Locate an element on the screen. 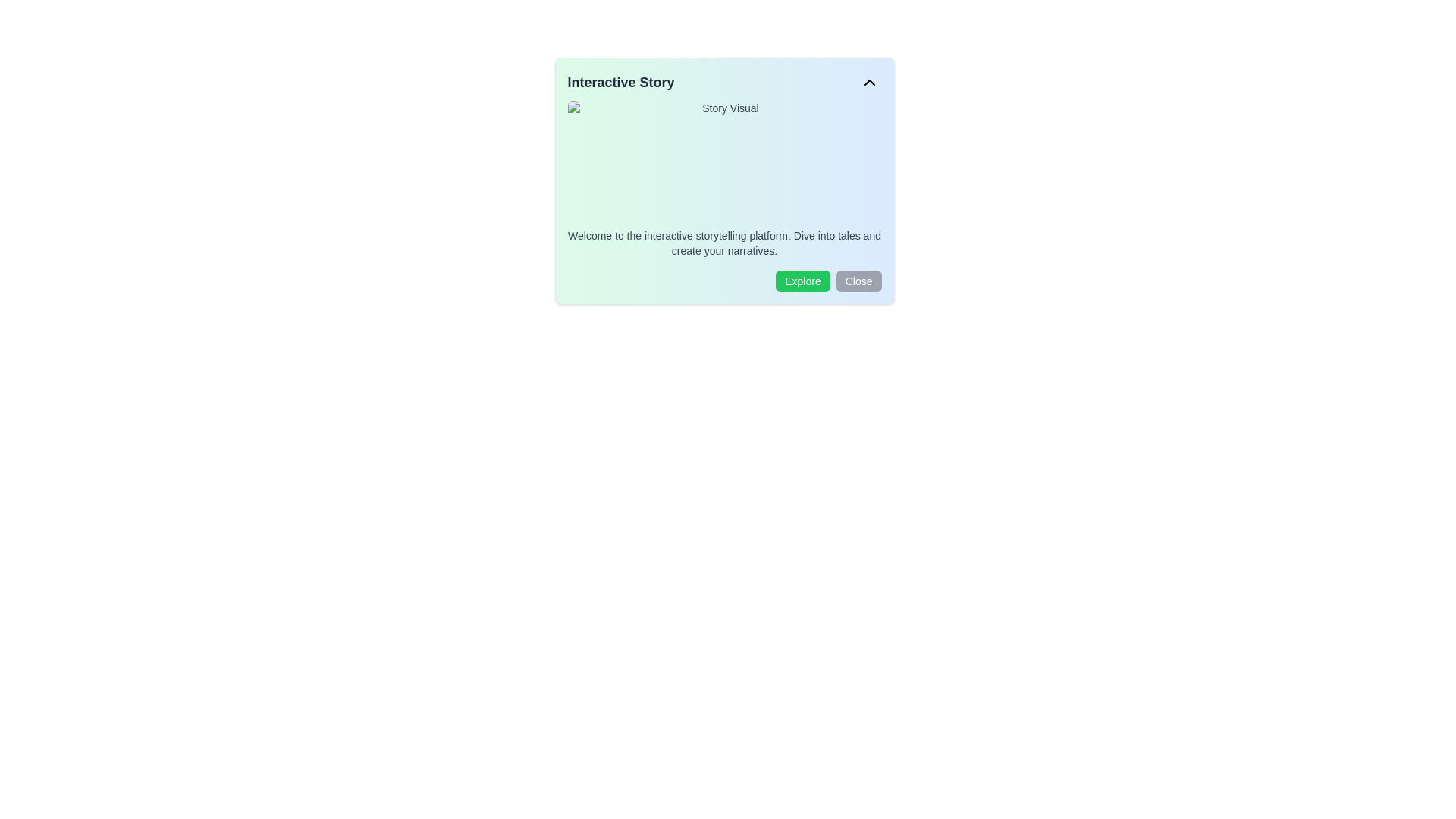  the chevron icon in the top-right corner of the 'Interactive Story' dialog box is located at coordinates (869, 82).